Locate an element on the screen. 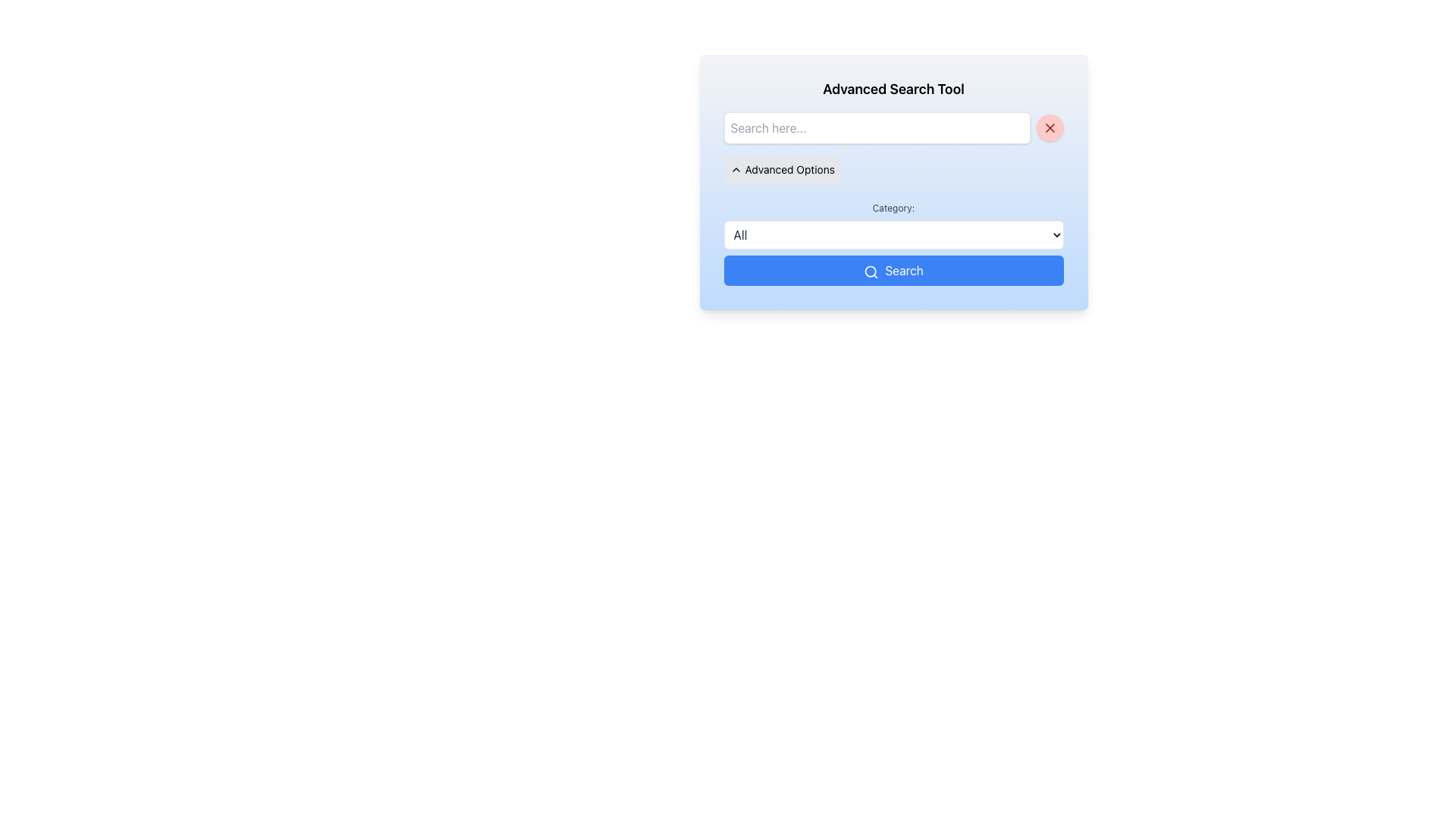  the close or clear icon located in the top-right corner of the input box to clear the search is located at coordinates (1049, 127).